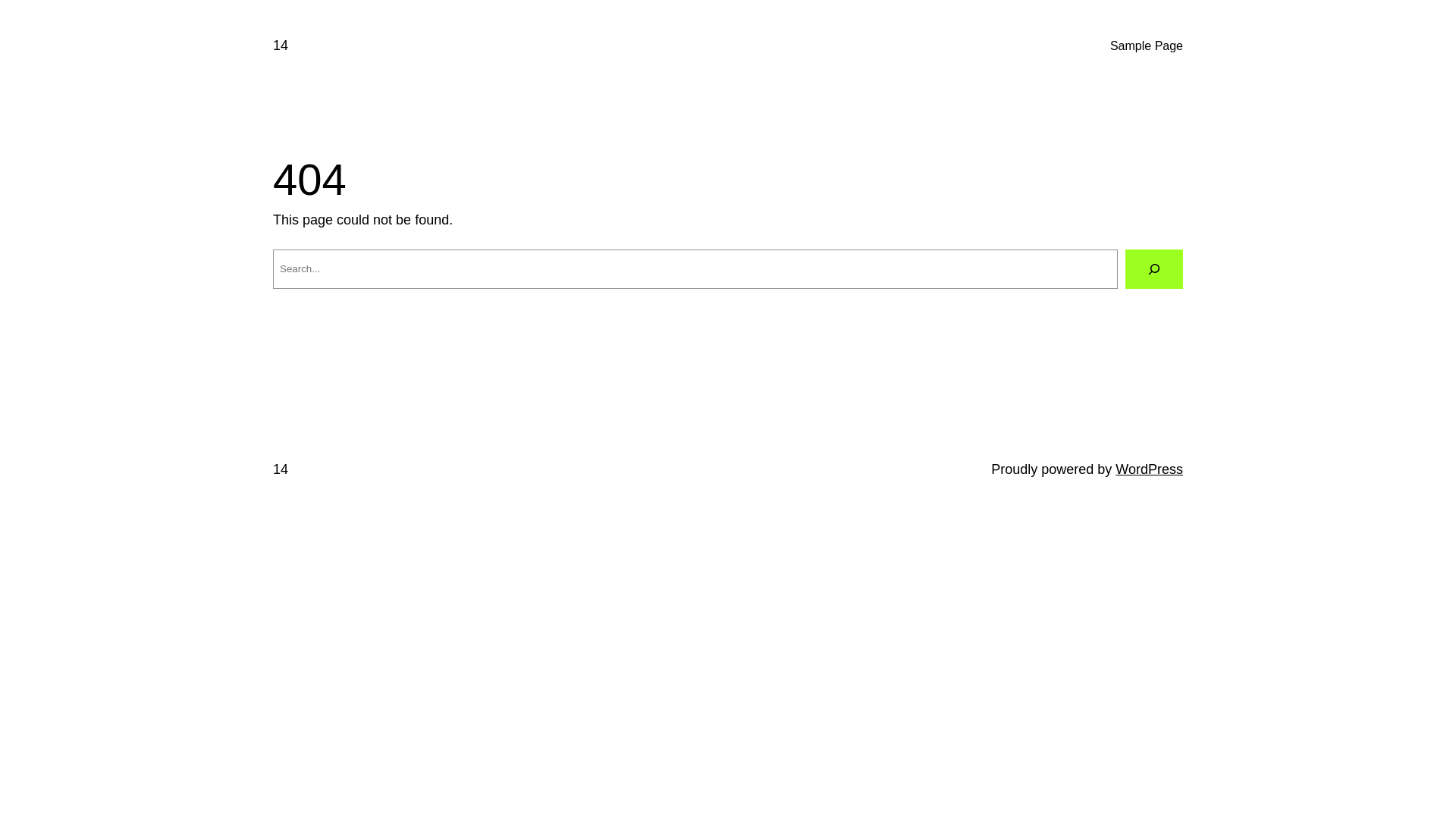  I want to click on '14', so click(280, 45).